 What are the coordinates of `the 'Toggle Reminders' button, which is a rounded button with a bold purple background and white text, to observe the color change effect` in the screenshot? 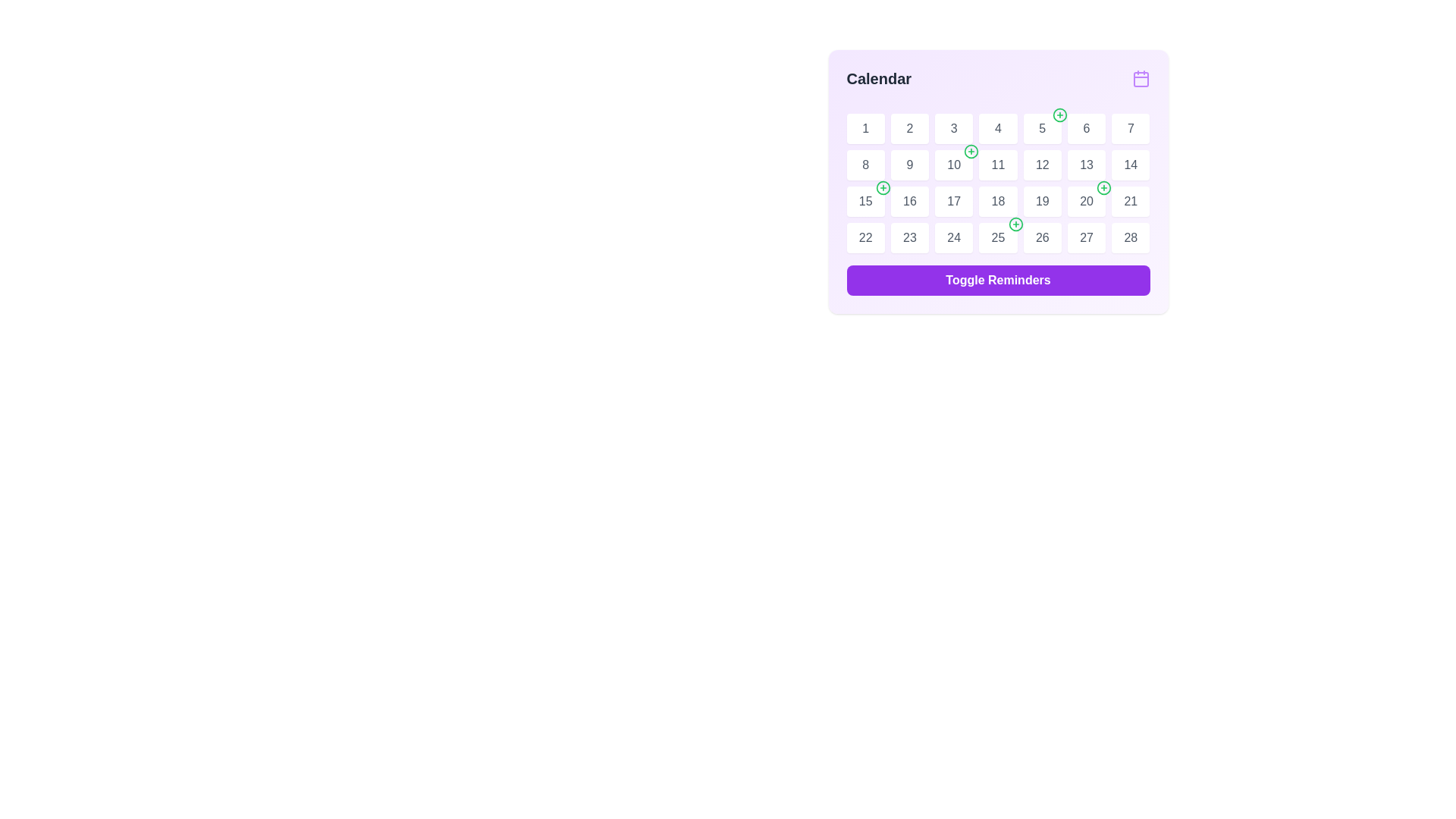 It's located at (998, 281).